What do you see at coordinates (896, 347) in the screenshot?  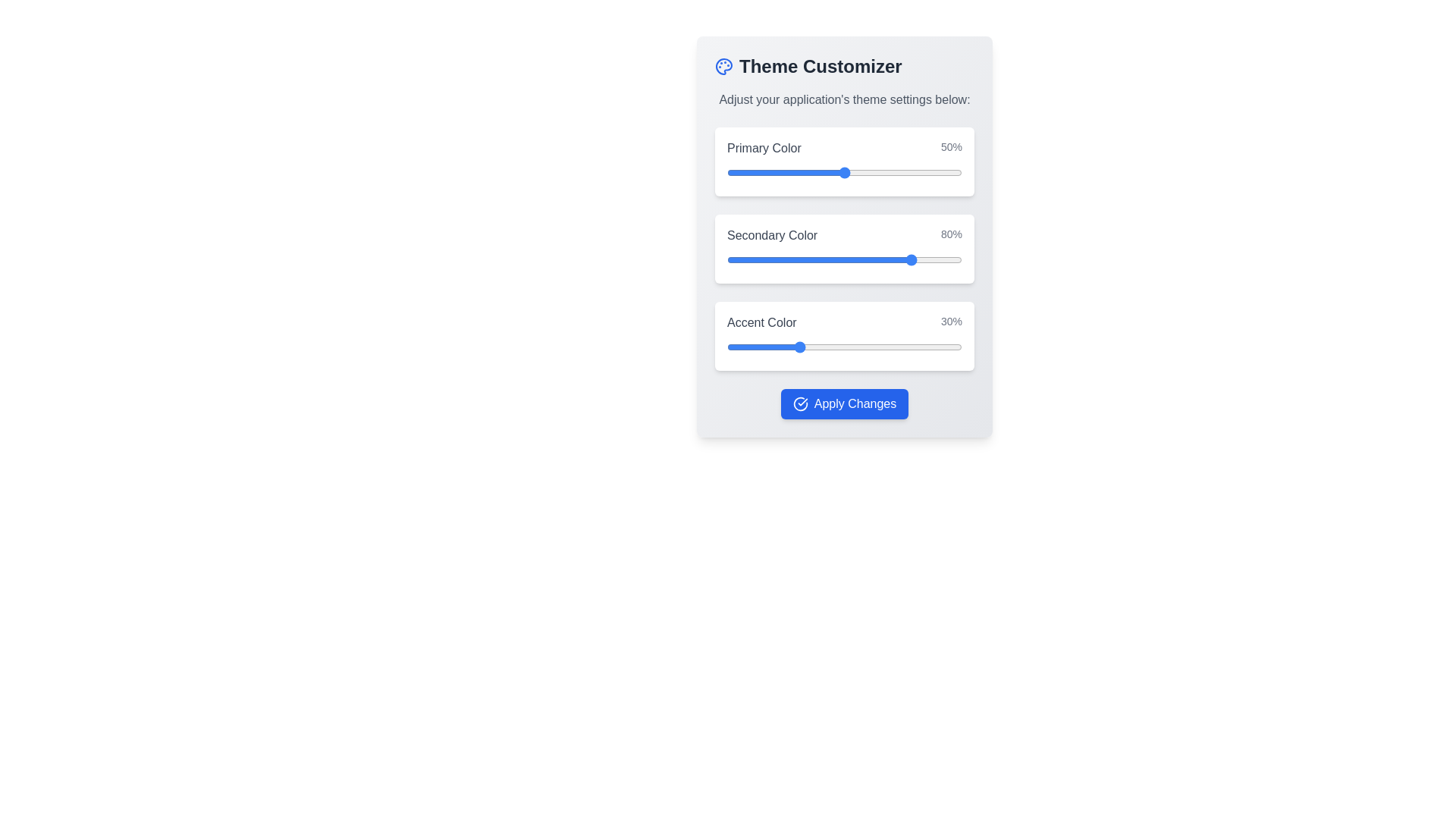 I see `the accent color percentage` at bounding box center [896, 347].